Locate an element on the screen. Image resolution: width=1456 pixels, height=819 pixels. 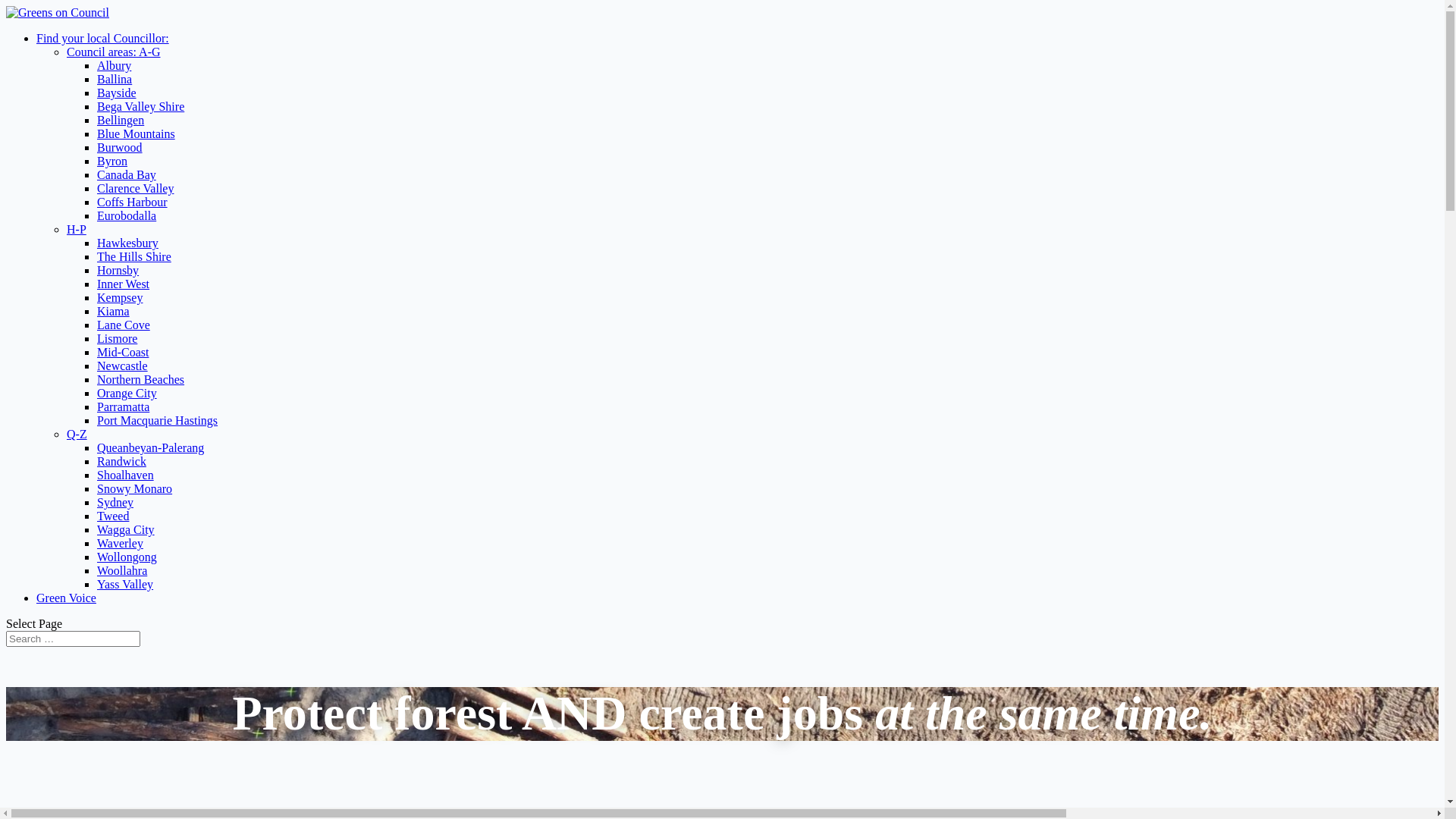
'Queanbeyan-Palerang' is located at coordinates (150, 447).